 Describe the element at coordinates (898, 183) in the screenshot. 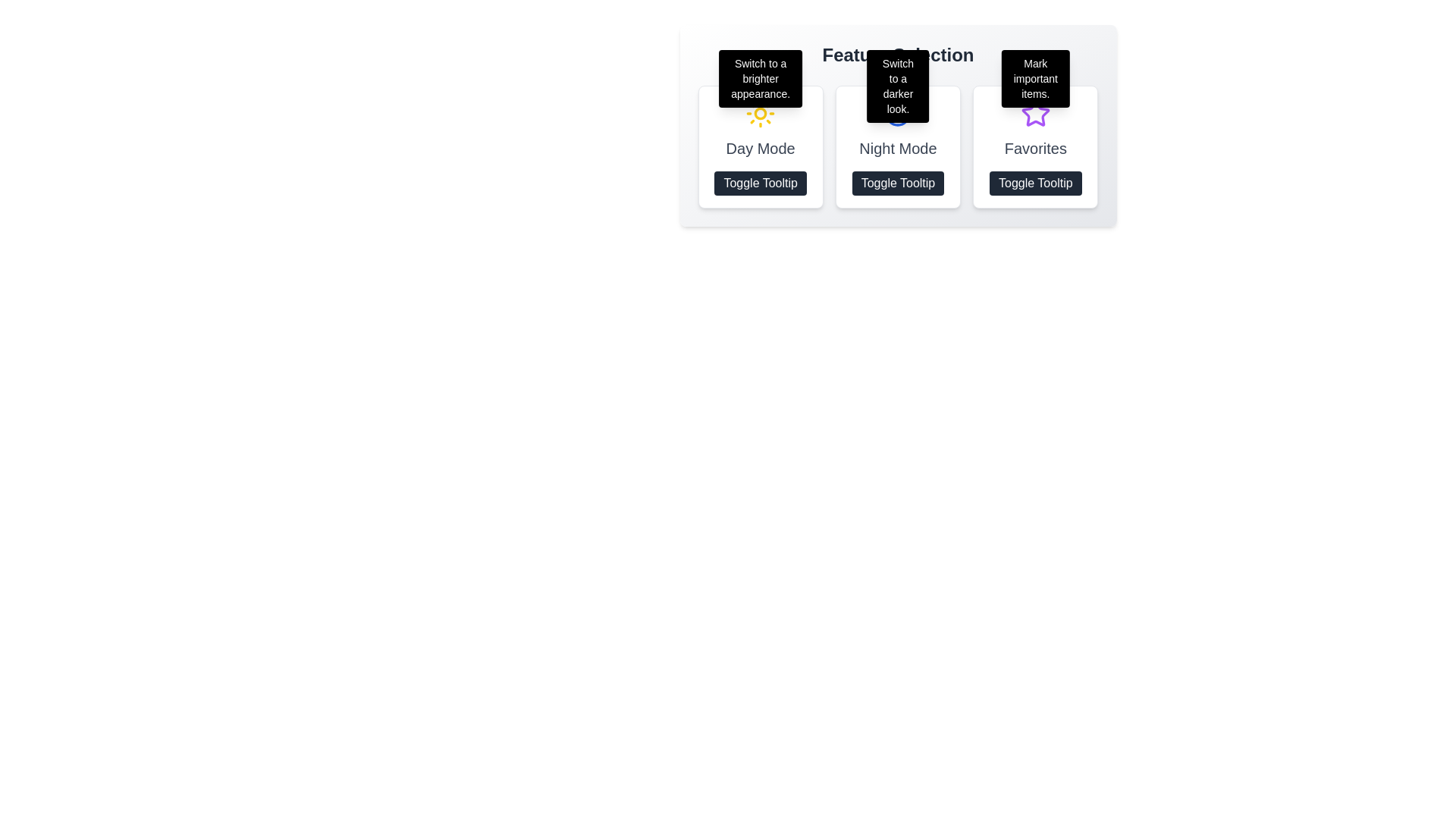

I see `the button that toggles the visibility of a tooltip, located below the 'Night Mode' title in the middle column of the interface` at that location.